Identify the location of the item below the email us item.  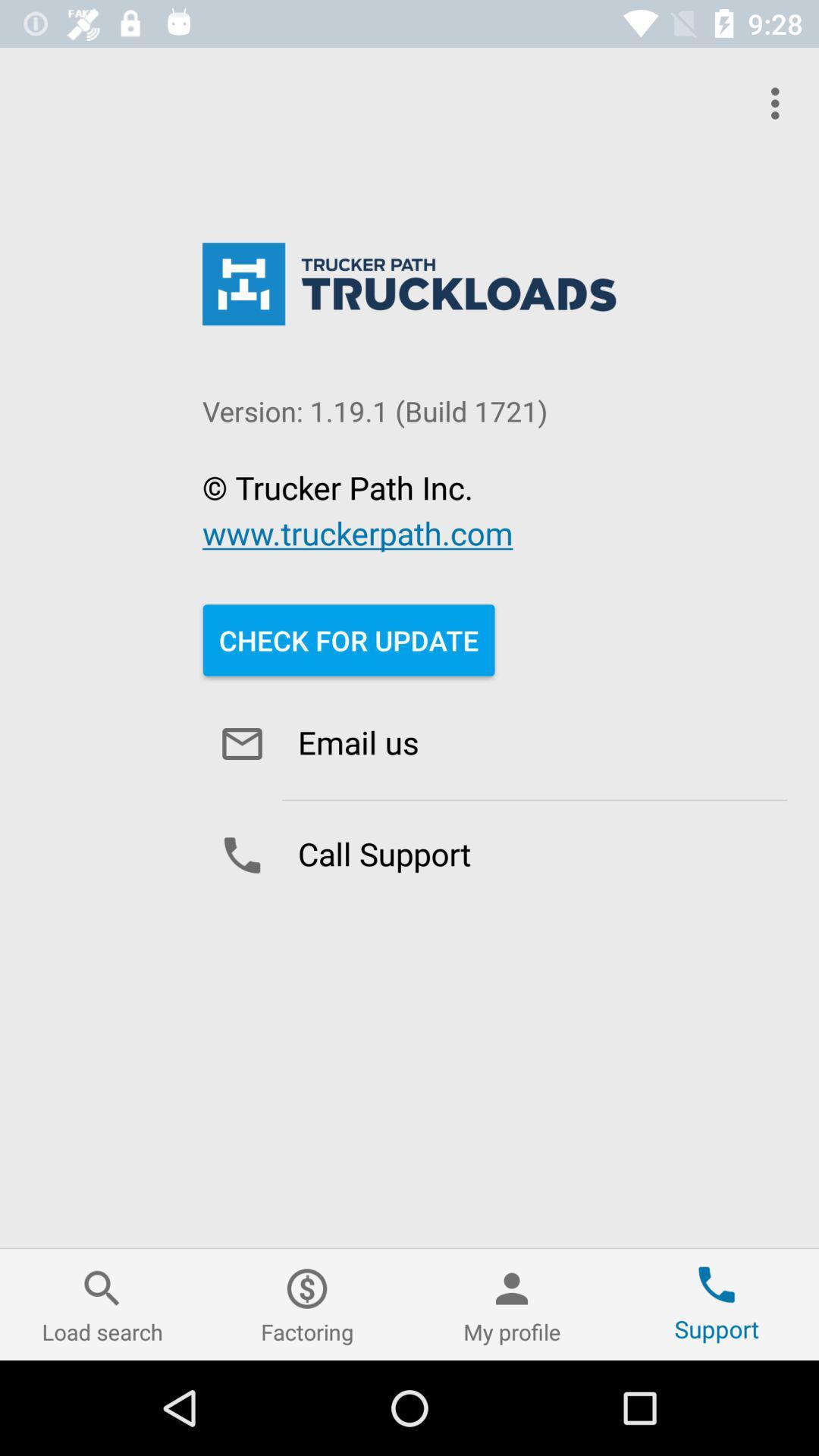
(494, 855).